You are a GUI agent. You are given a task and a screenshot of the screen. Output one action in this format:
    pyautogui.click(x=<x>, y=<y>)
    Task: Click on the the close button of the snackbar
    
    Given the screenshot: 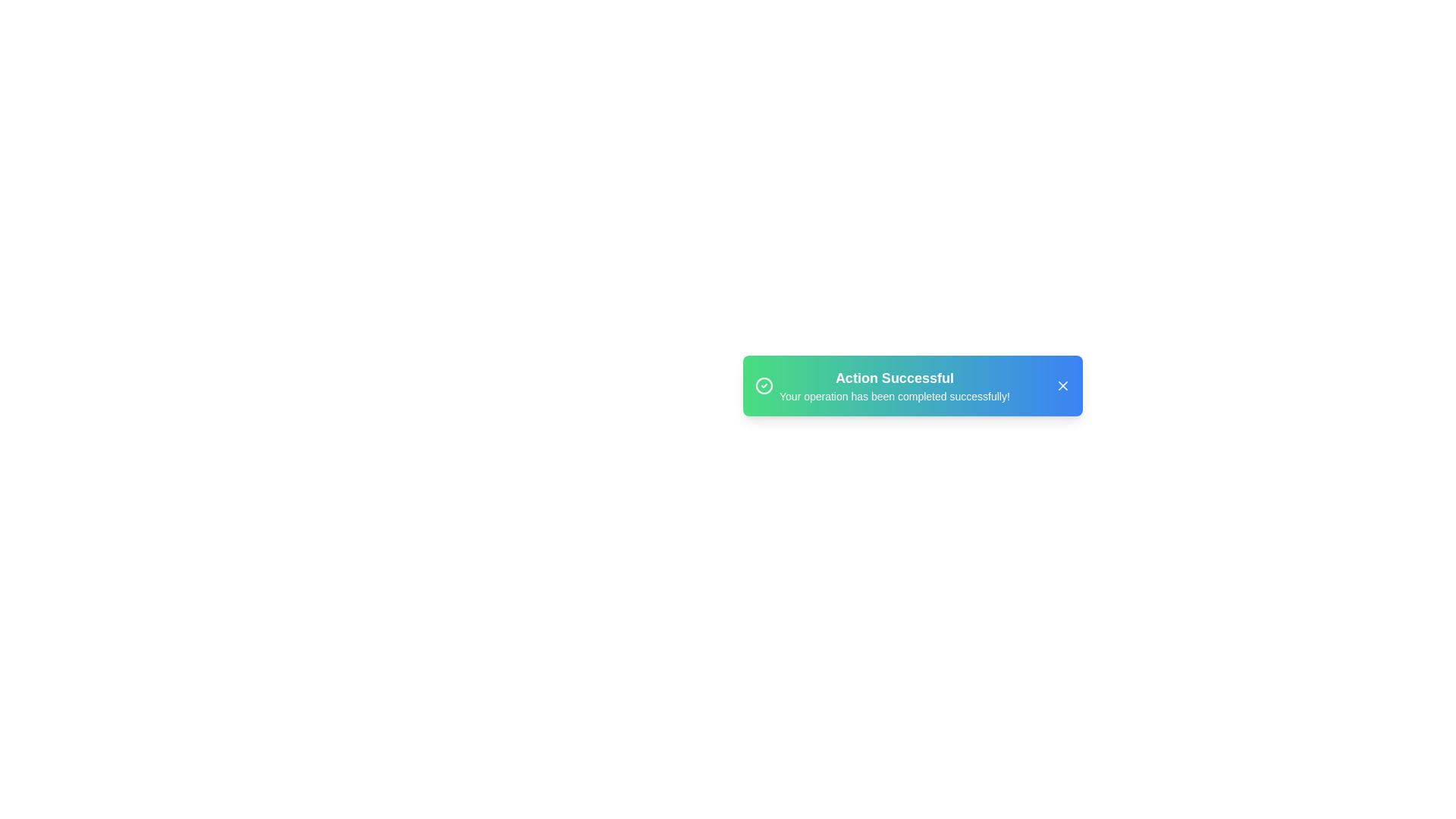 What is the action you would take?
    pyautogui.click(x=1062, y=385)
    